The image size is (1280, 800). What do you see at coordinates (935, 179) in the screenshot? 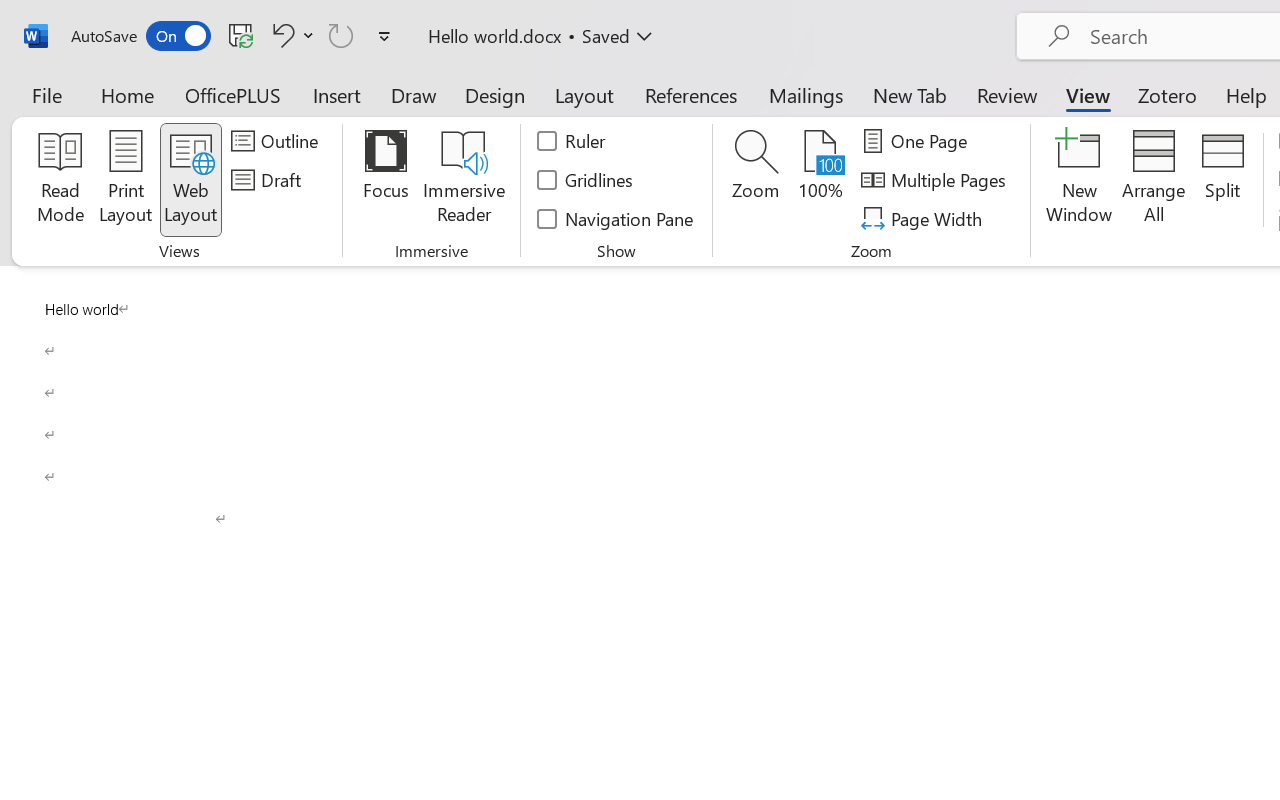
I see `'Multiple Pages'` at bounding box center [935, 179].